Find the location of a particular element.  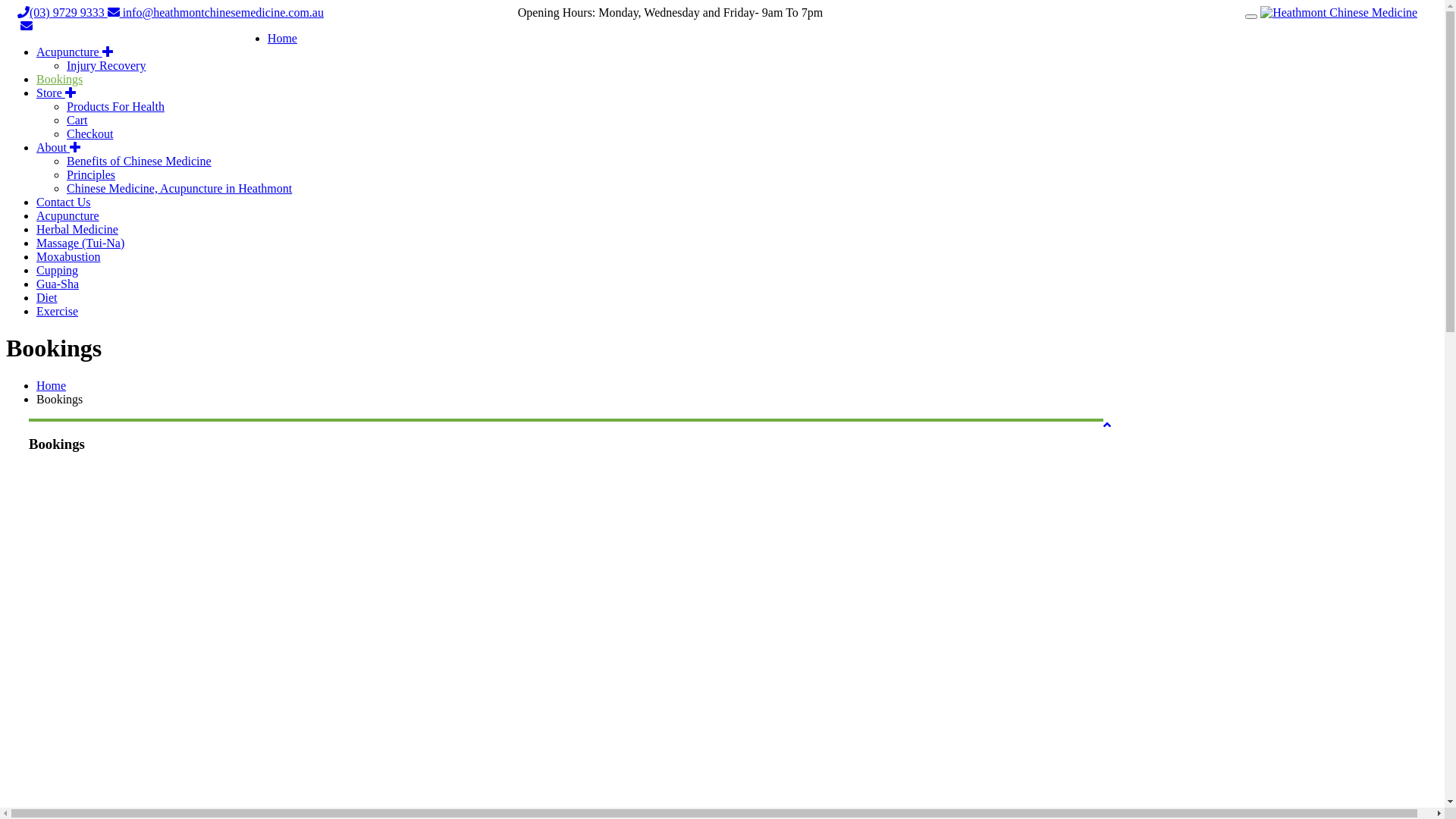

'Herbal Medicine' is located at coordinates (76, 229).